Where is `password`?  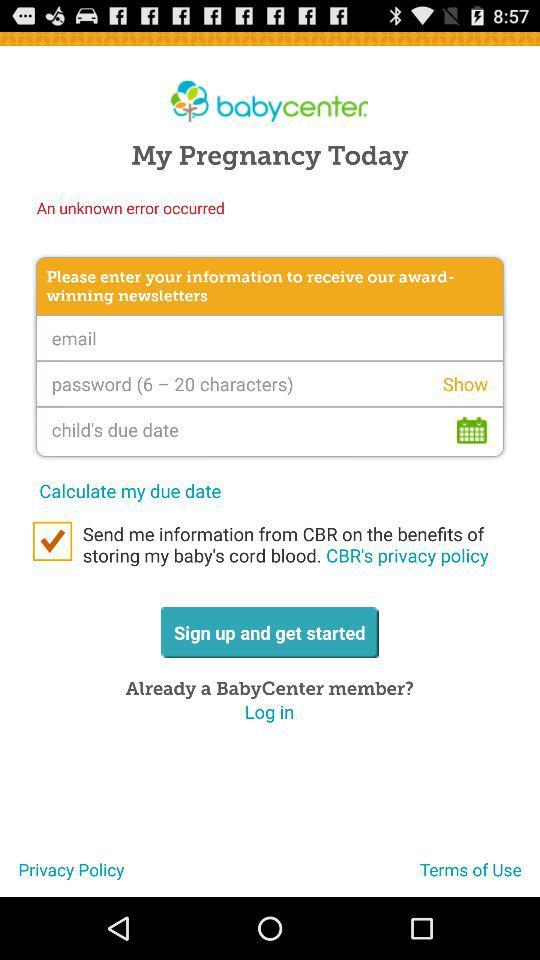 password is located at coordinates (270, 383).